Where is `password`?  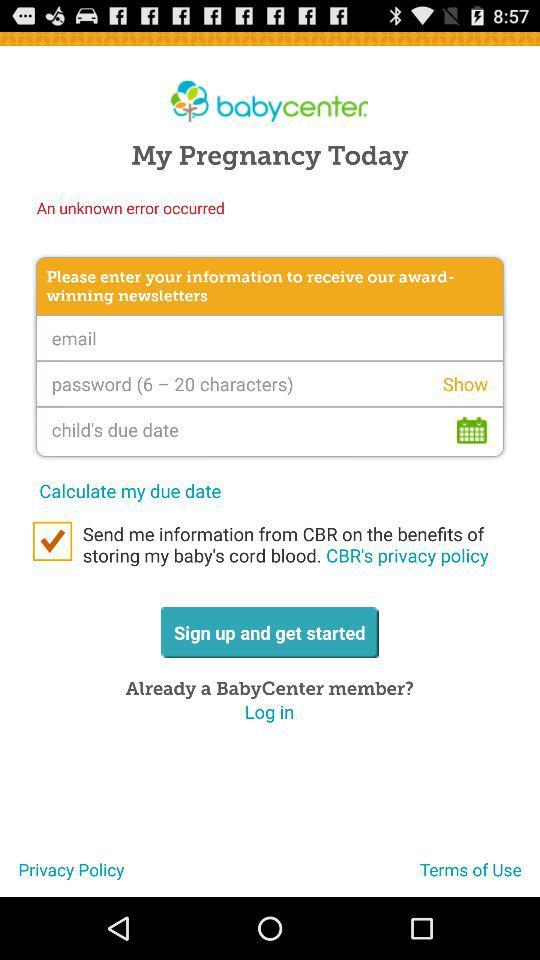 password is located at coordinates (270, 383).